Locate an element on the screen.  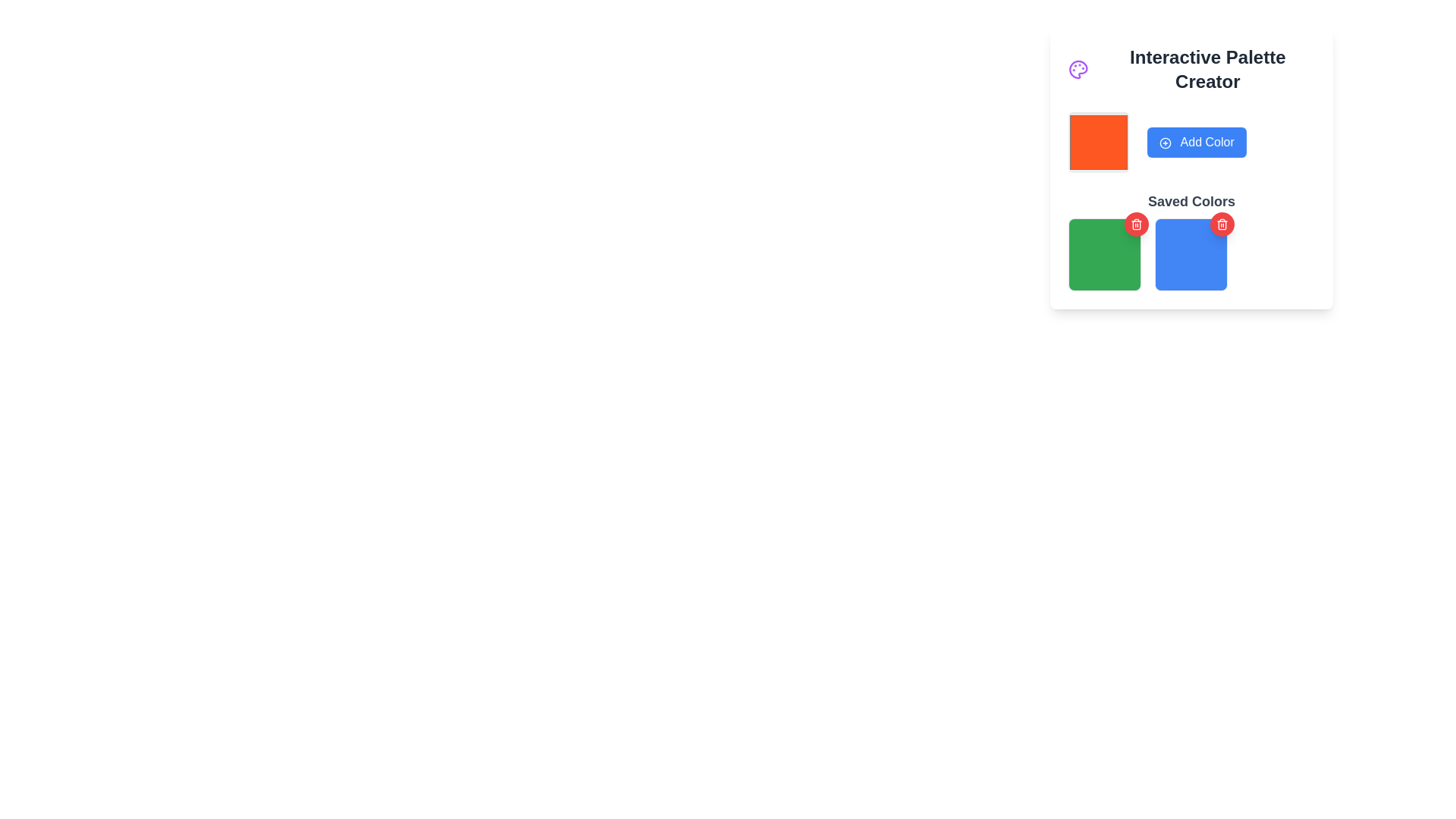
the red circular button located at the top-right corner of the blue square box in the 'Saved Colors' section is located at coordinates (1222, 224).